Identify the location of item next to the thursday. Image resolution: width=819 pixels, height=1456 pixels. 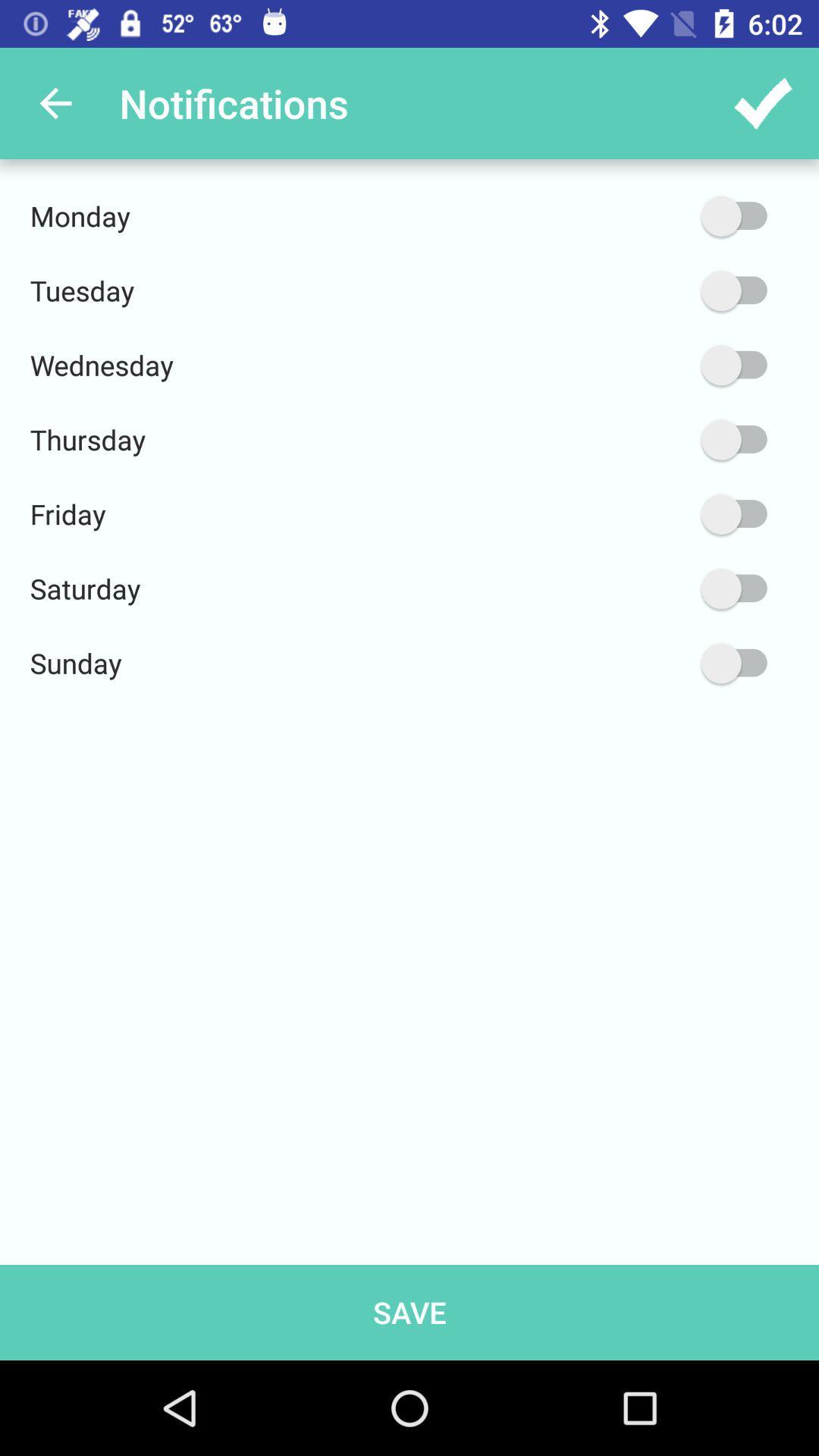
(661, 439).